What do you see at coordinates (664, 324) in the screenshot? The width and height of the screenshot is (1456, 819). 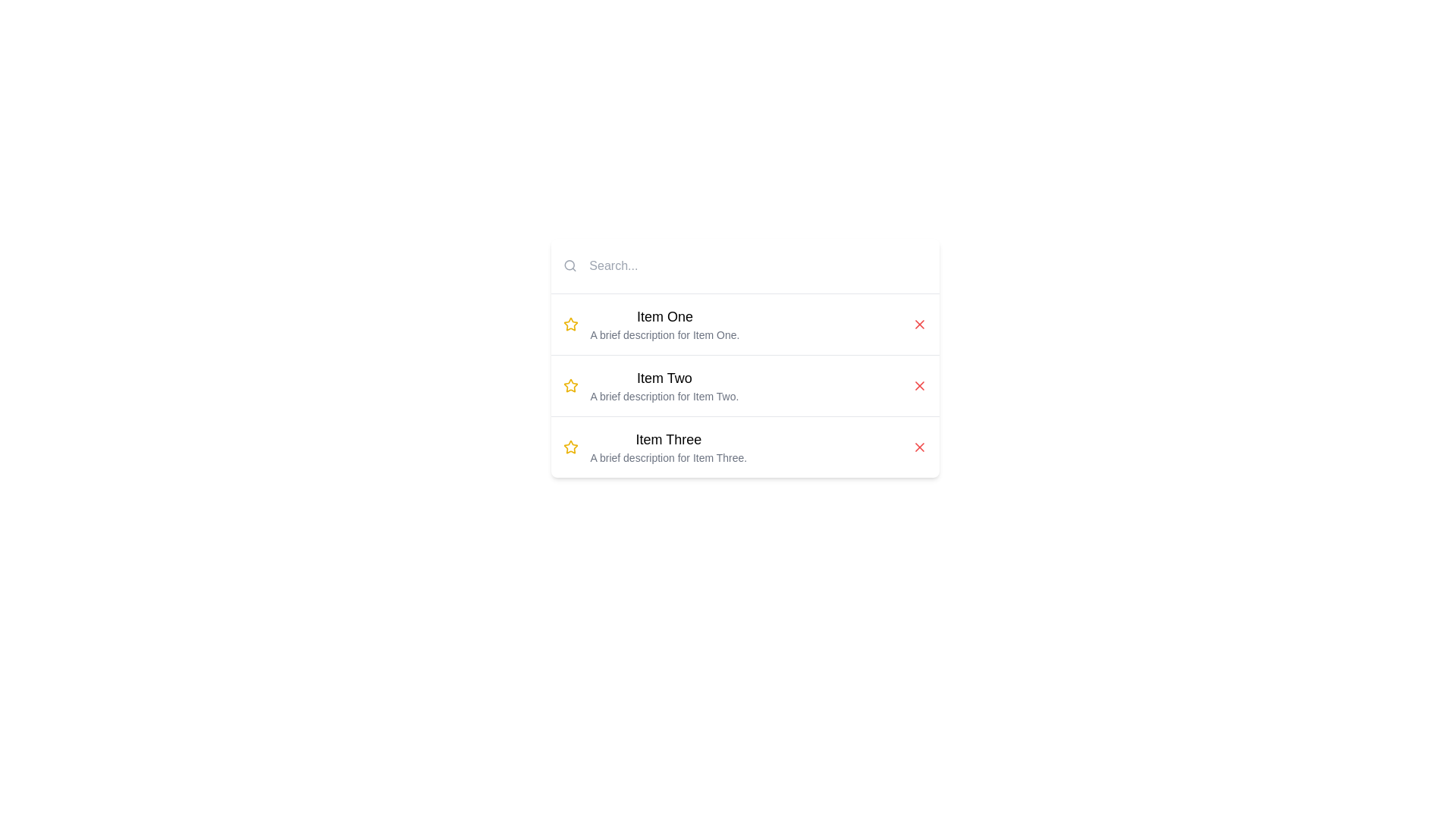 I see `the first list item titled 'Item One'` at bounding box center [664, 324].